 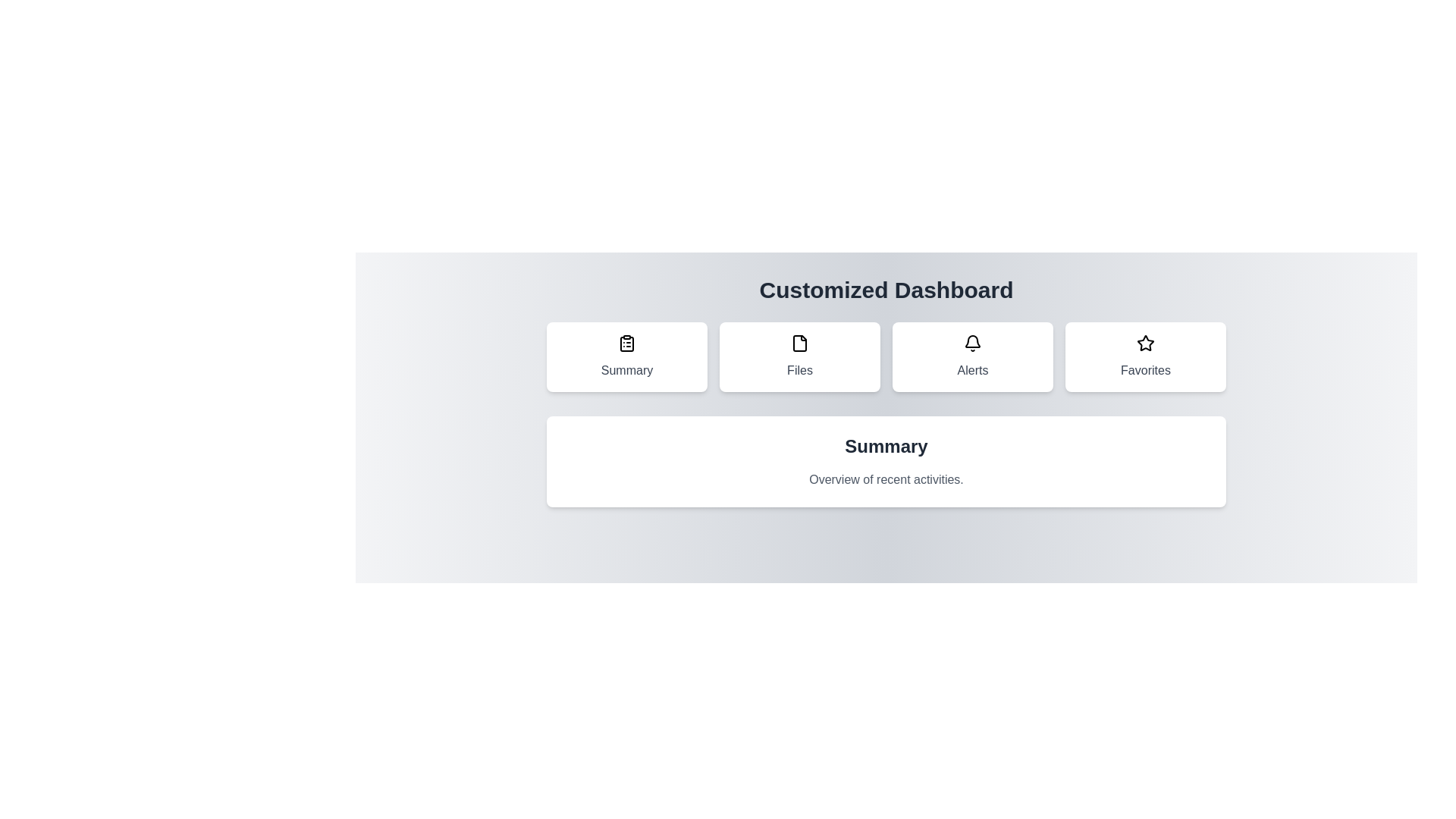 I want to click on the 'Alerts' icon element, which represents notifications or updates on the dashboard, located under the red bell icon, so click(x=972, y=341).